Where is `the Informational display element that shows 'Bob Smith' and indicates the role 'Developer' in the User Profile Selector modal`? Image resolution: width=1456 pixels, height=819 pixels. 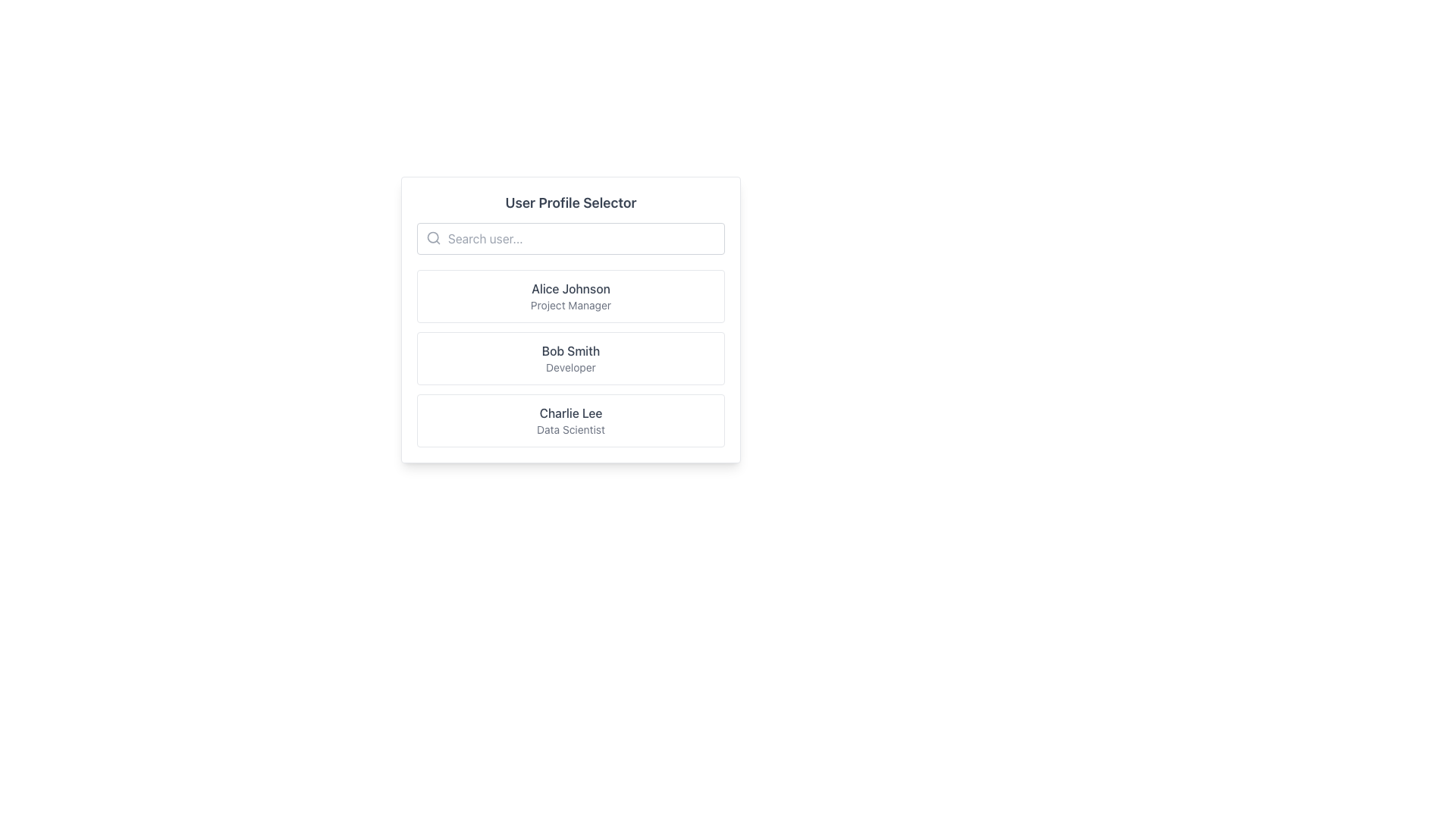
the Informational display element that shows 'Bob Smith' and indicates the role 'Developer' in the User Profile Selector modal is located at coordinates (570, 359).